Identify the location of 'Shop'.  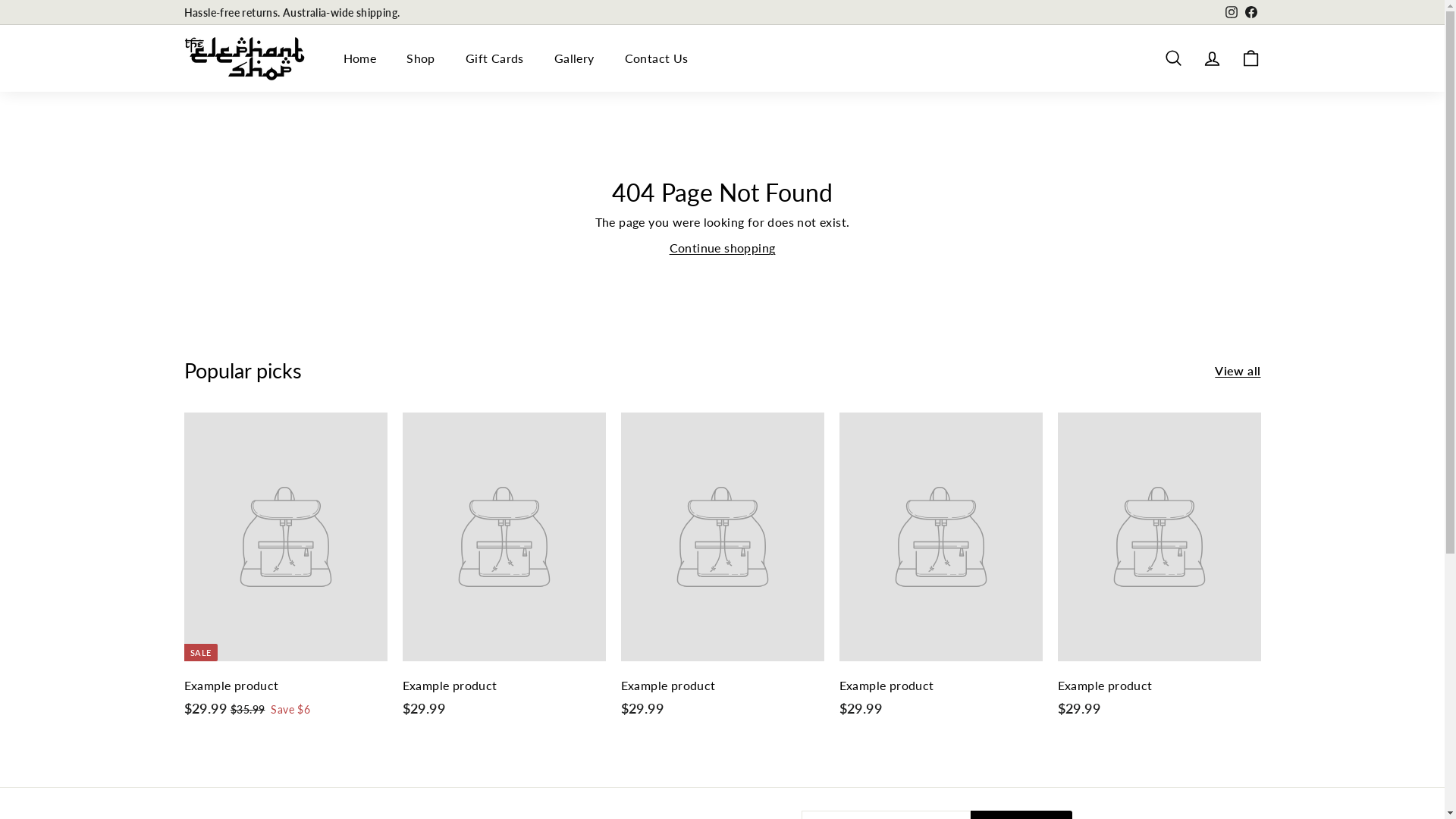
(421, 58).